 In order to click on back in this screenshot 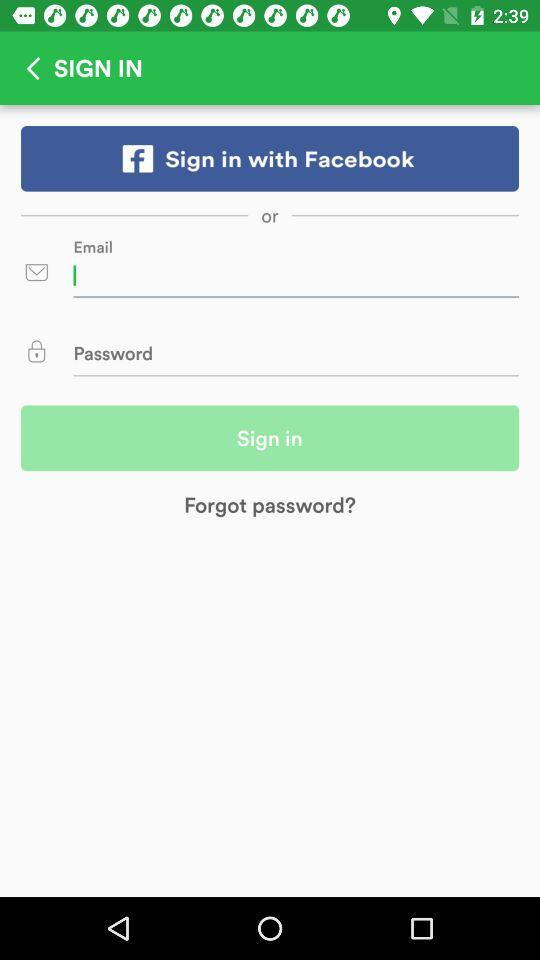, I will do `click(26, 68)`.